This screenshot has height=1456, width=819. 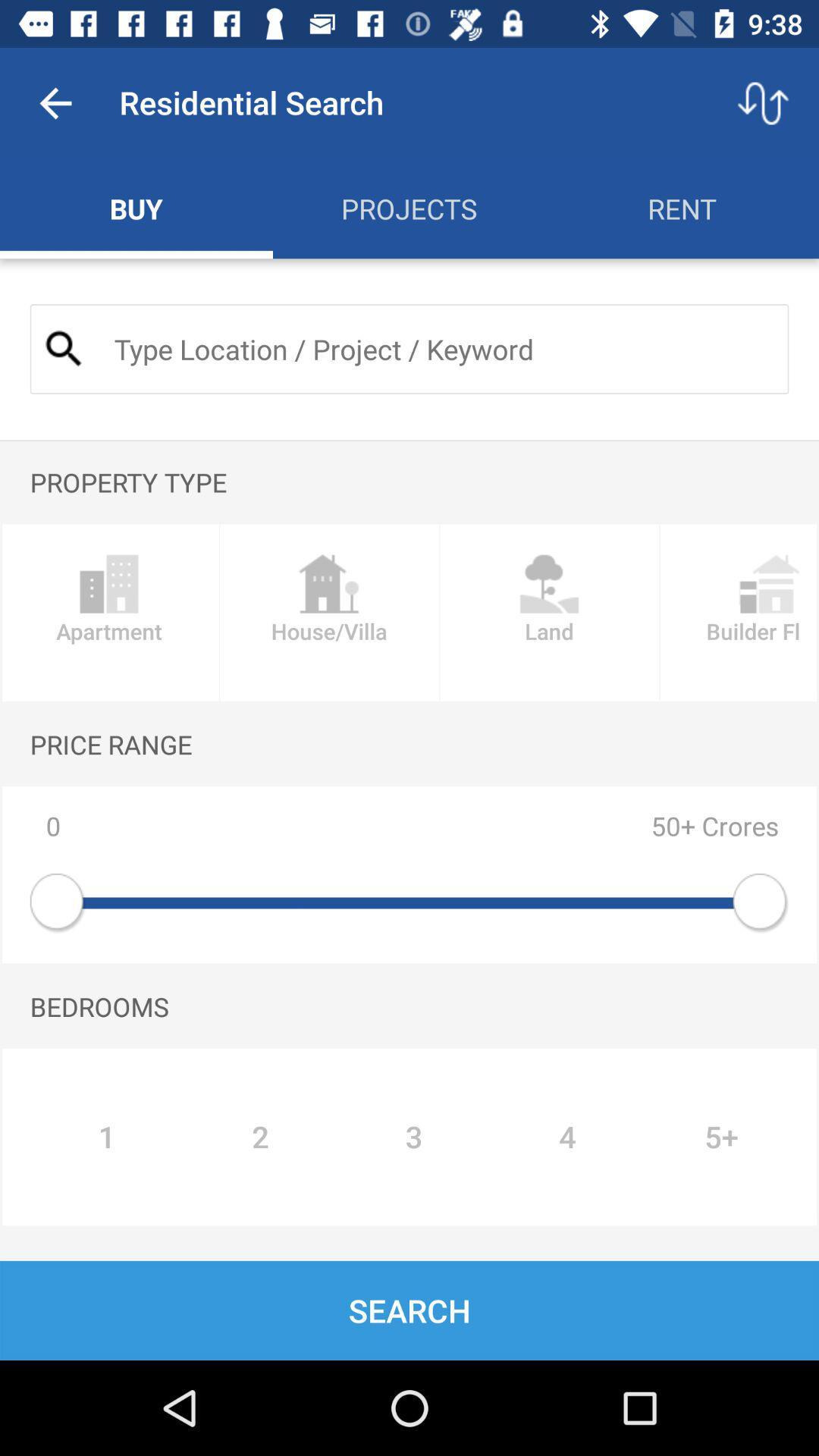 I want to click on the icon above the search icon, so click(x=106, y=1137).